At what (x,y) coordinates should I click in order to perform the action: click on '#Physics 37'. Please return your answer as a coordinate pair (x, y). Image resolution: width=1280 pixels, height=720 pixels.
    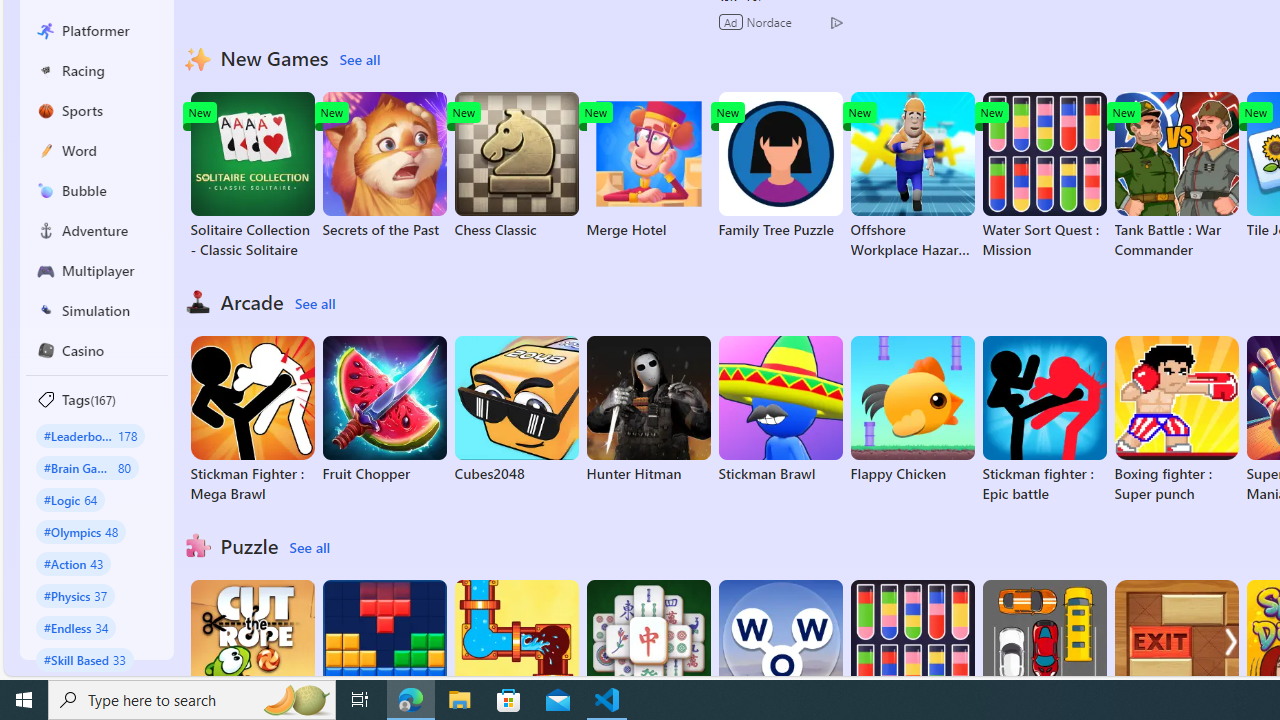
    Looking at the image, I should click on (76, 594).